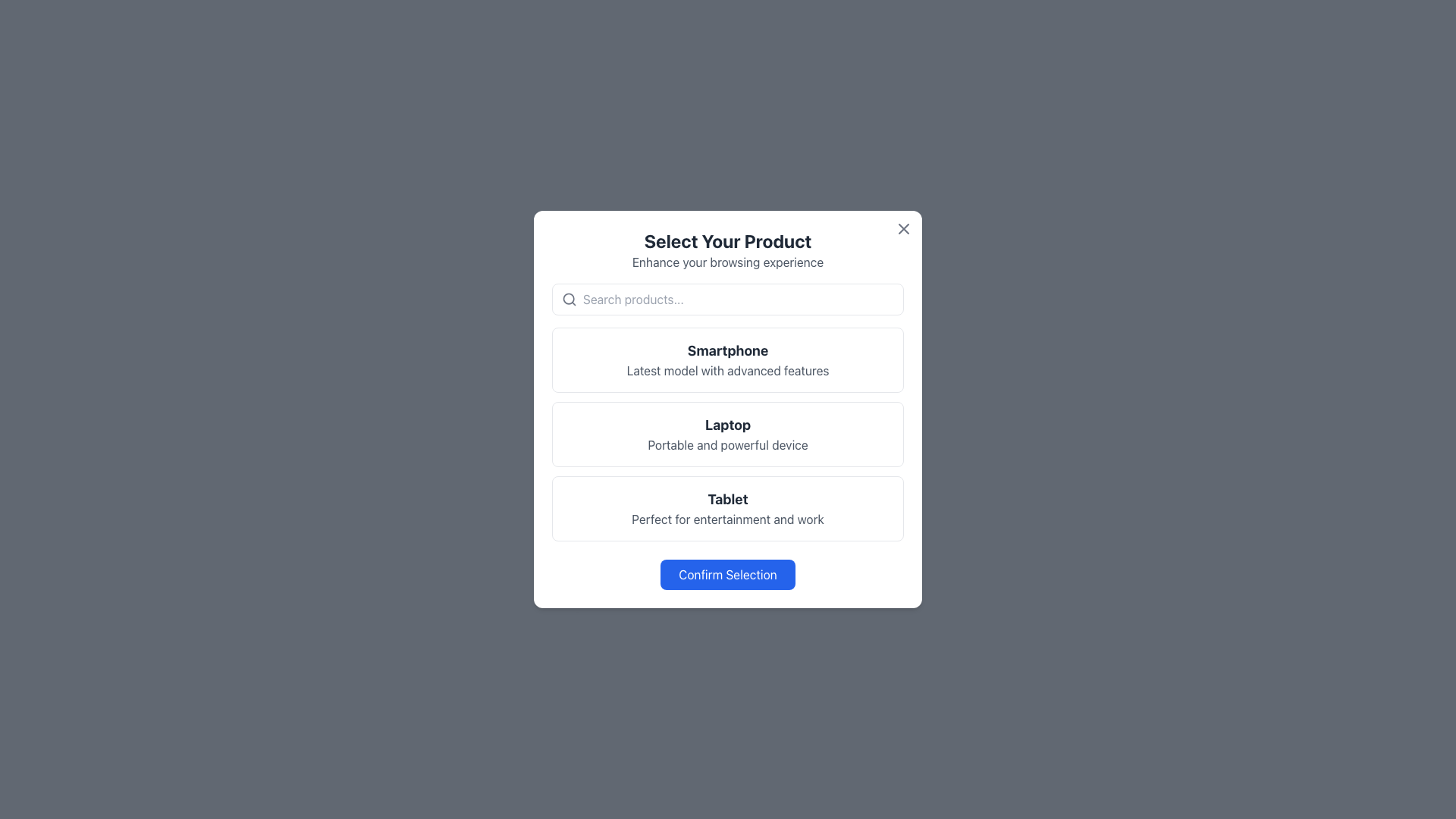 This screenshot has width=1456, height=819. What do you see at coordinates (728, 350) in the screenshot?
I see `Text Label that serves as the title for the product option, located below the search bar and above the descriptive text on the first card in the vertically stacked list` at bounding box center [728, 350].